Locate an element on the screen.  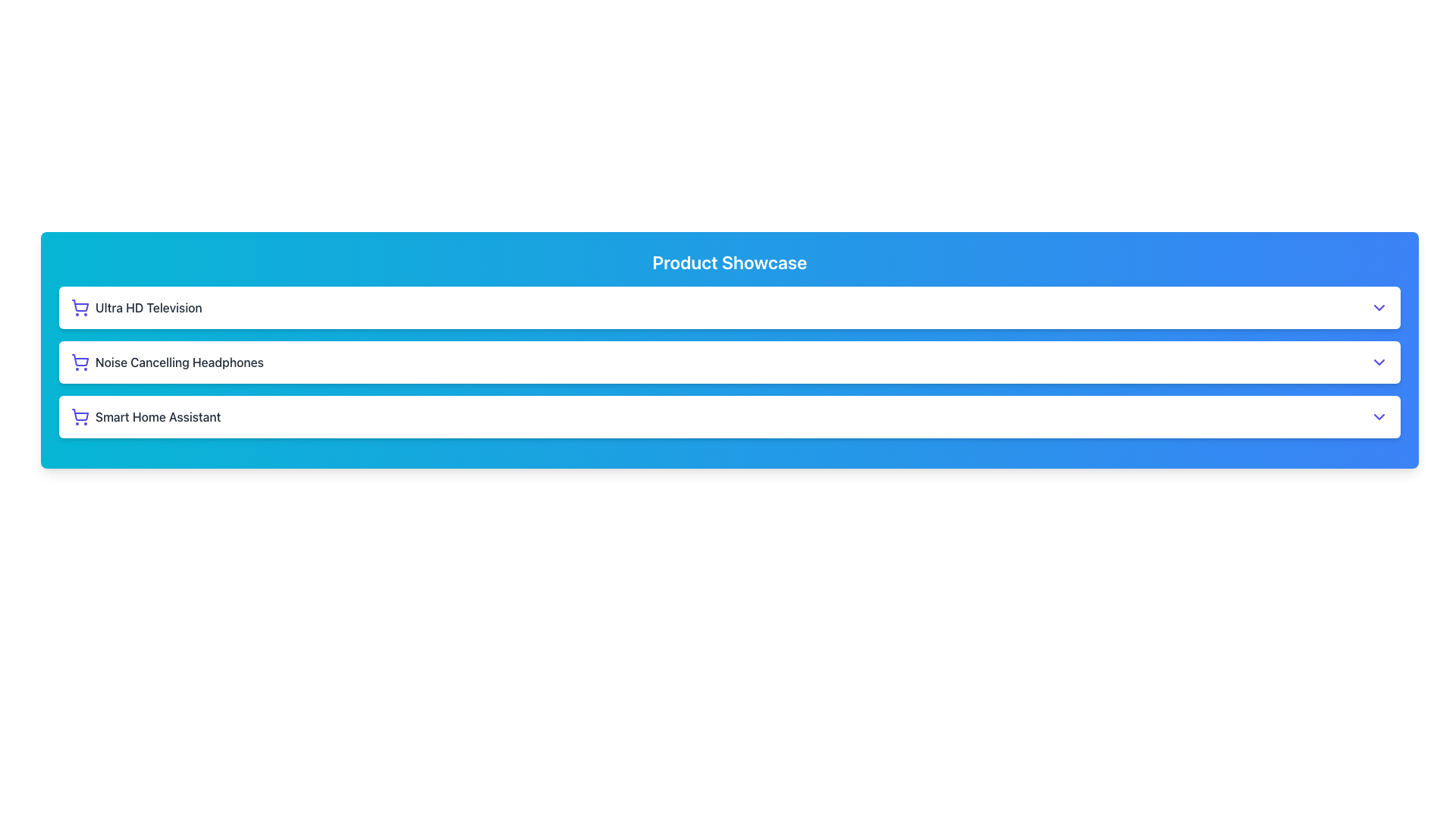
the text label that reads 'Noise Cancelling Headphones', which is located in the second row of products, styled in a medium-weight font and dark gray color, part of a horizontal row with a shopping cart icon on its left is located at coordinates (179, 362).